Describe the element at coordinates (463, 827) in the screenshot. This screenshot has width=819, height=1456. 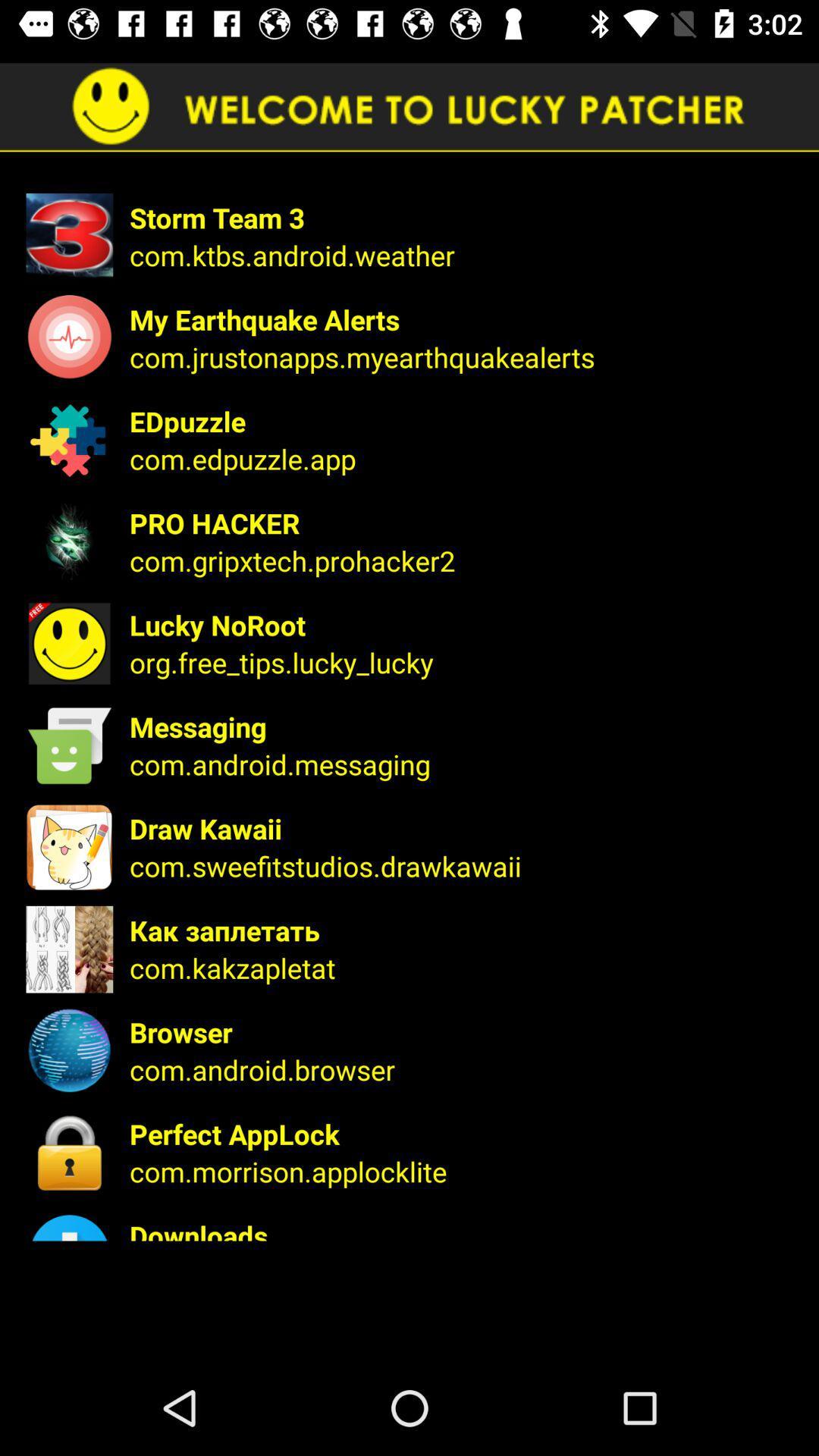
I see `draw kawaii item` at that location.